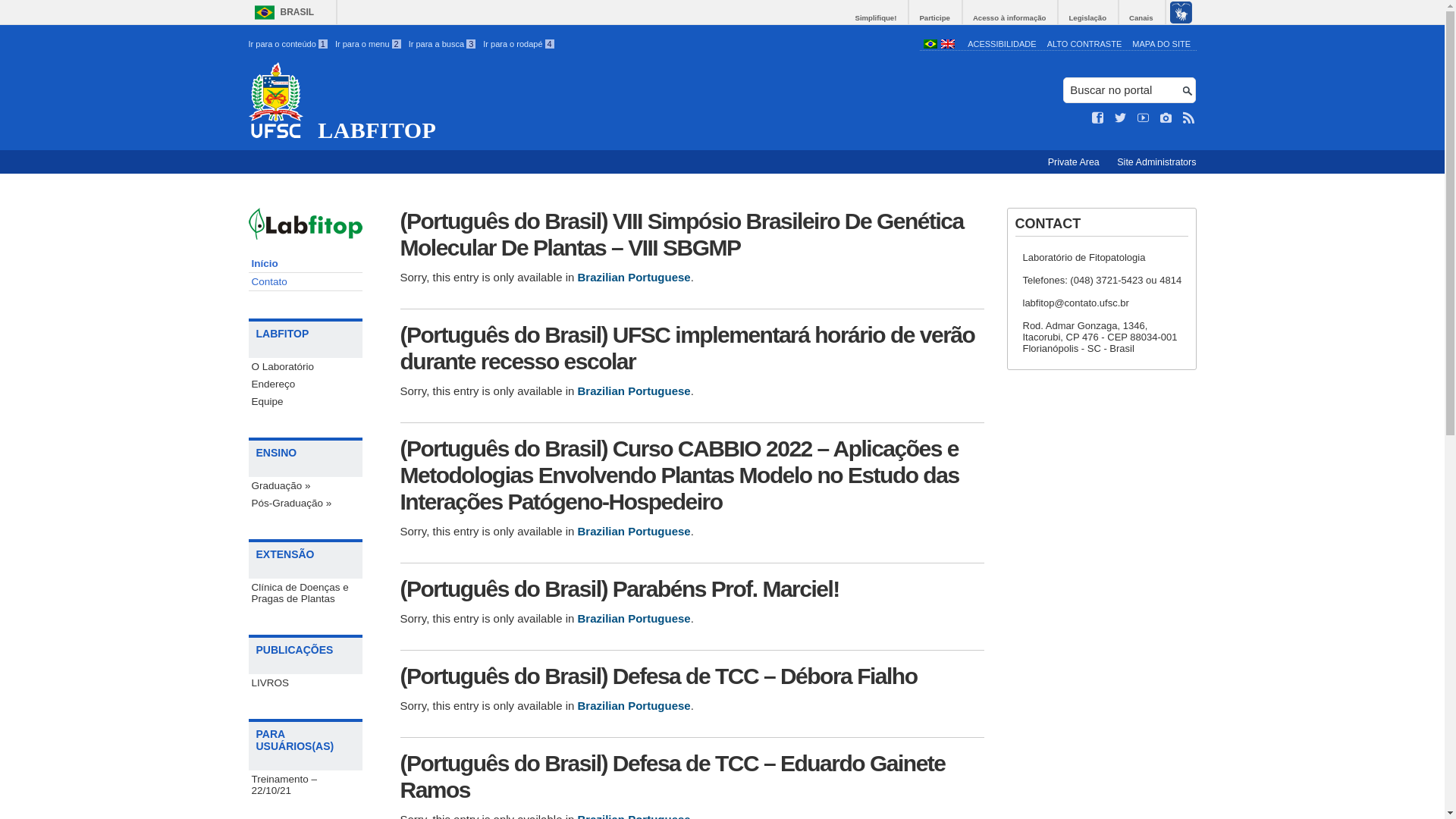  I want to click on 'Curta no Facebook', so click(1092, 117).